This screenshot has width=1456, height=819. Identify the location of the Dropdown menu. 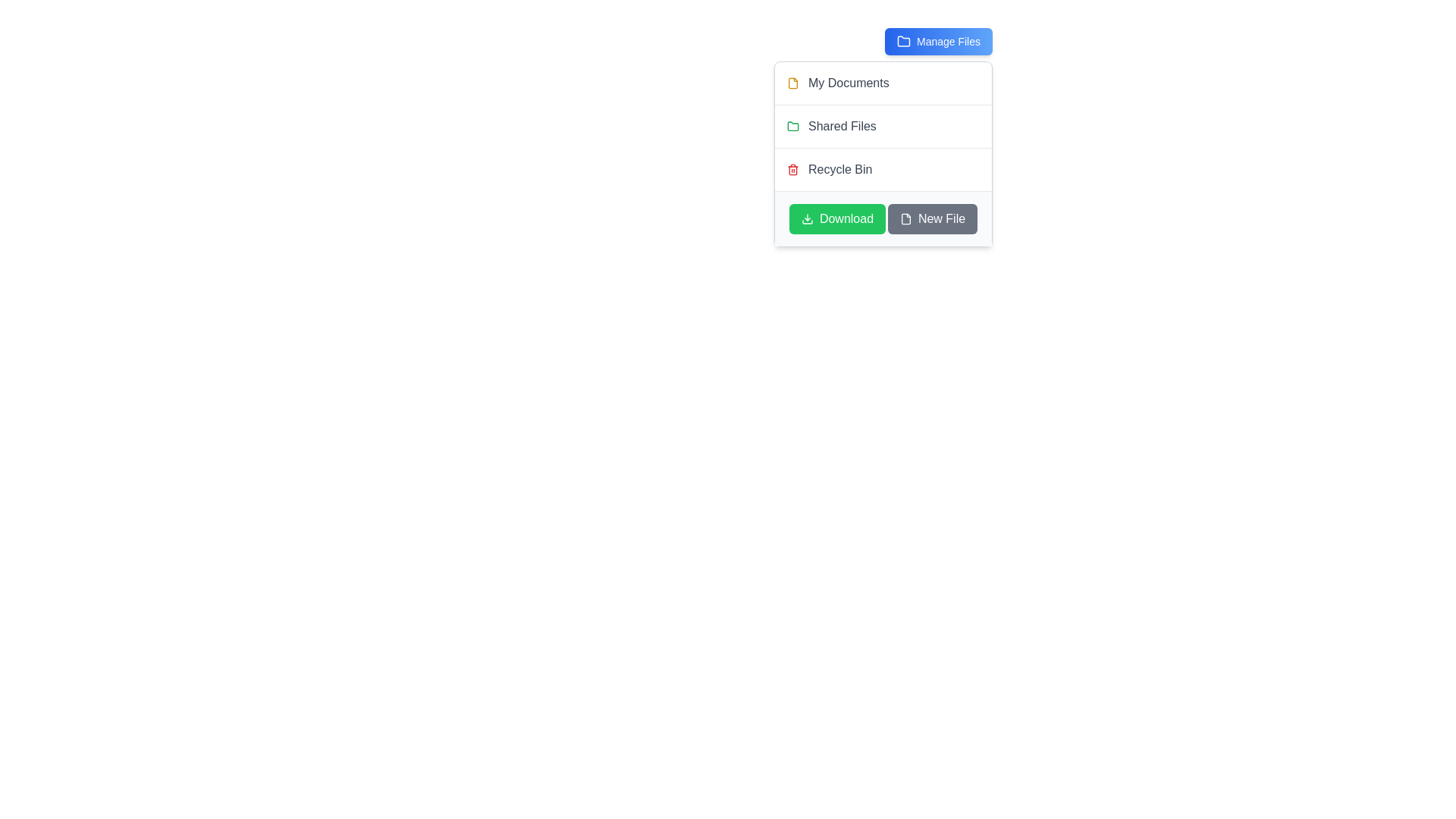
(883, 154).